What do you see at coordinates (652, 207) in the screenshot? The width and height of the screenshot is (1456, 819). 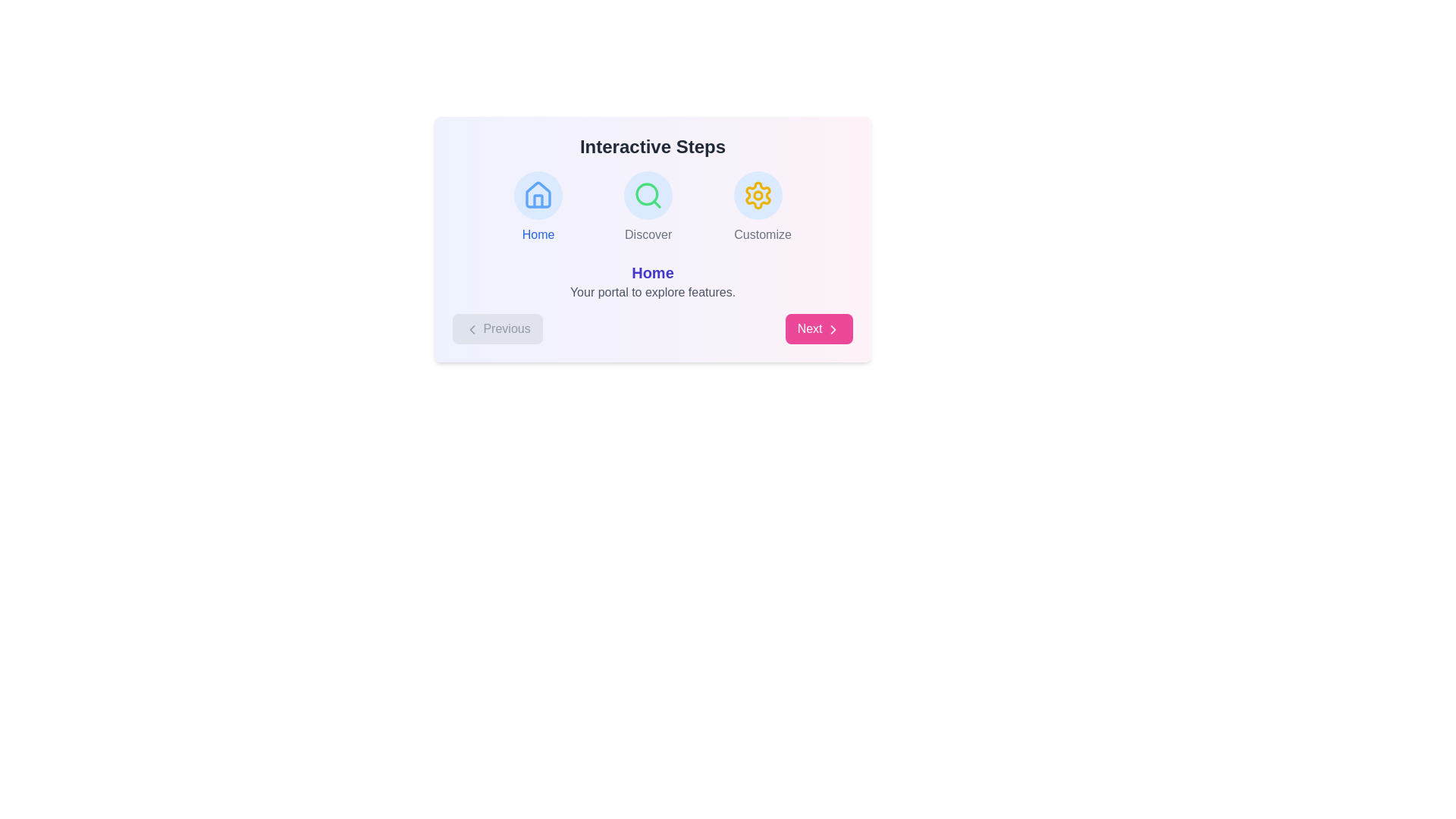 I see `the Navigation menu located centrally below the 'Interactive Steps' header` at bounding box center [652, 207].